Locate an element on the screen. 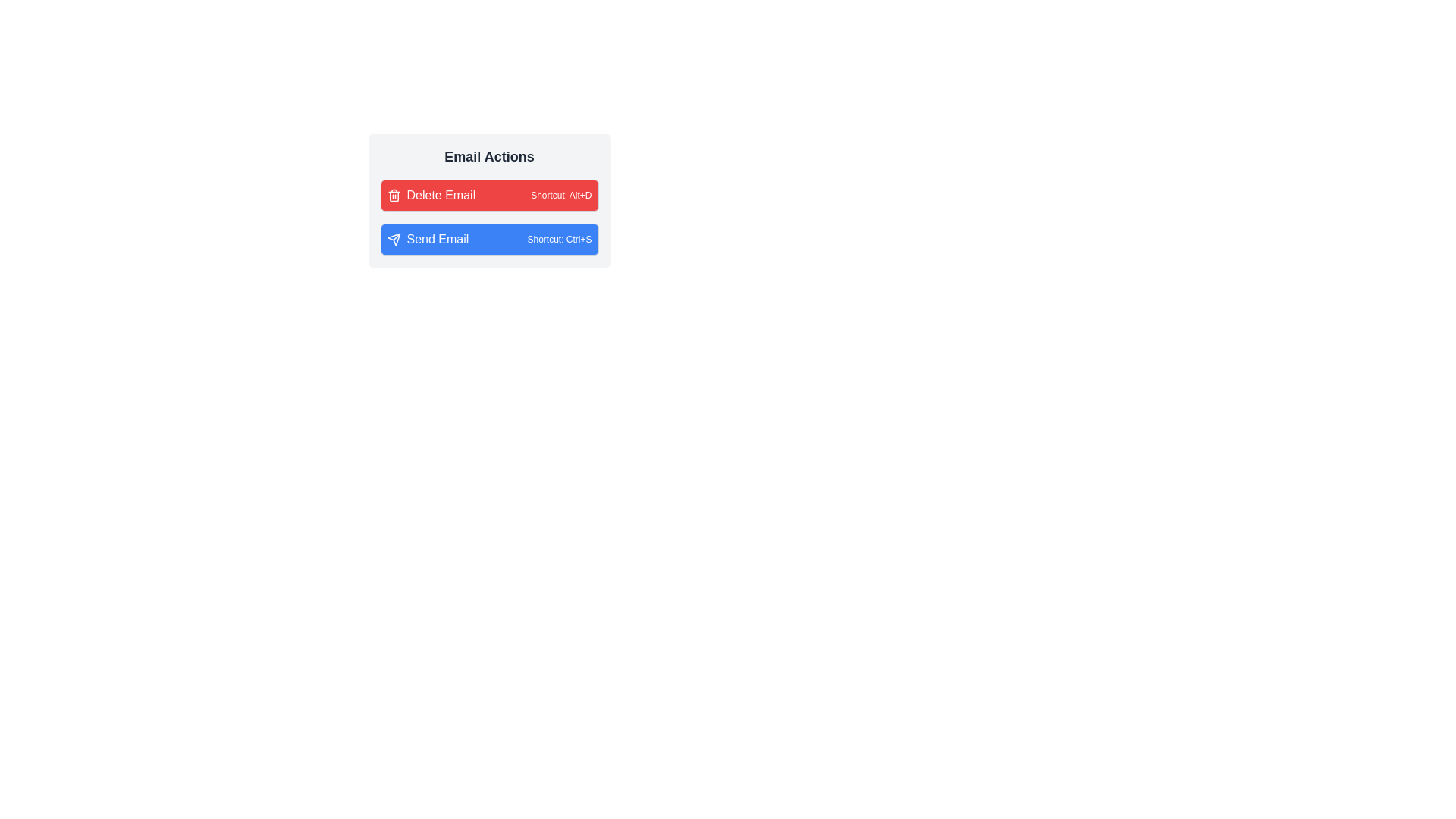  the Text Label that displays the keyboard shortcut (Alt+D) for activating the 'Delete Email' action, which is located at the far-right end of the red-colored 'Delete Email' button in the 'Email Actions' panel is located at coordinates (560, 195).